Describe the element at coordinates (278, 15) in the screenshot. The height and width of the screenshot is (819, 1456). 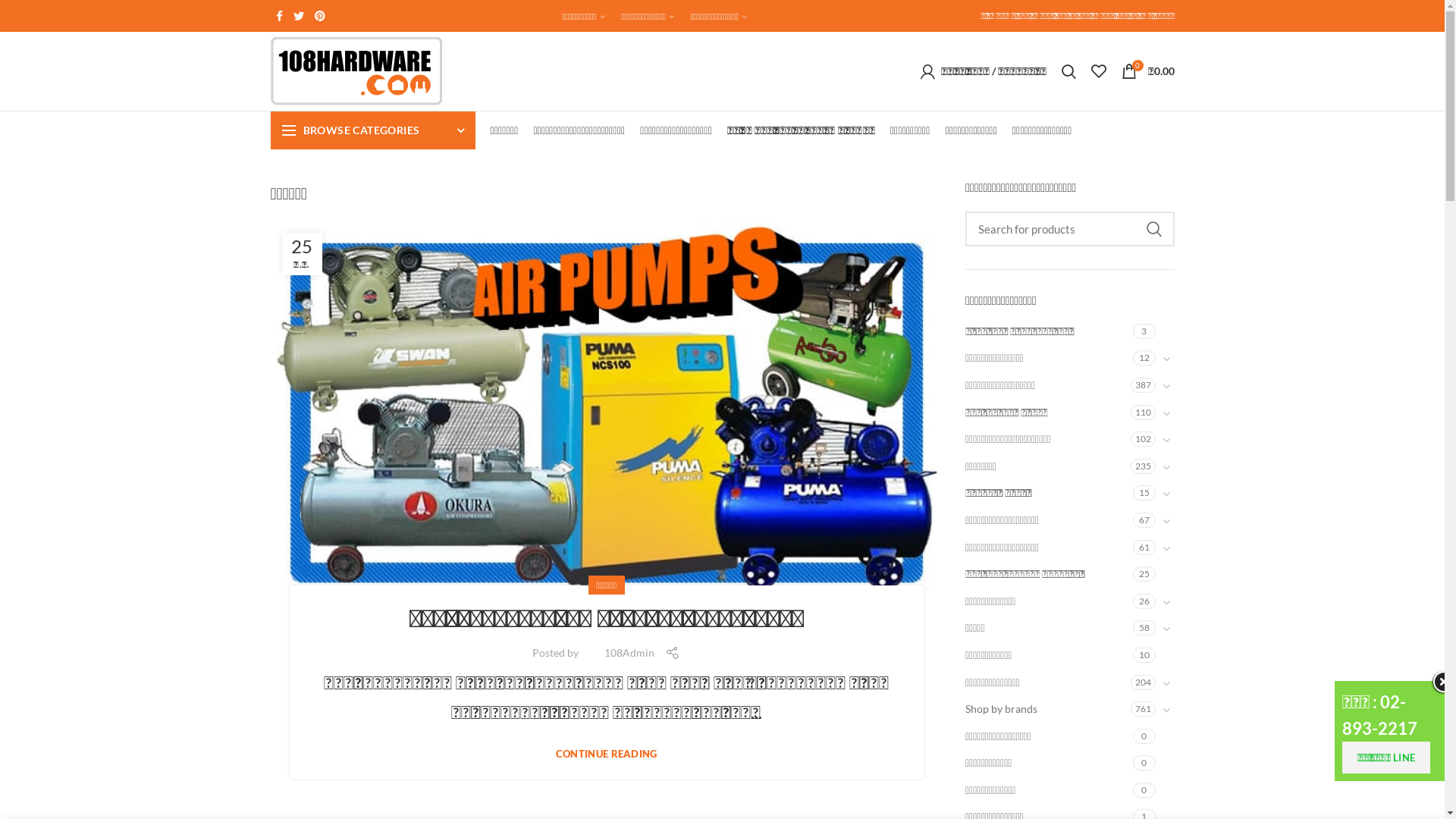
I see `'Facebook'` at that location.